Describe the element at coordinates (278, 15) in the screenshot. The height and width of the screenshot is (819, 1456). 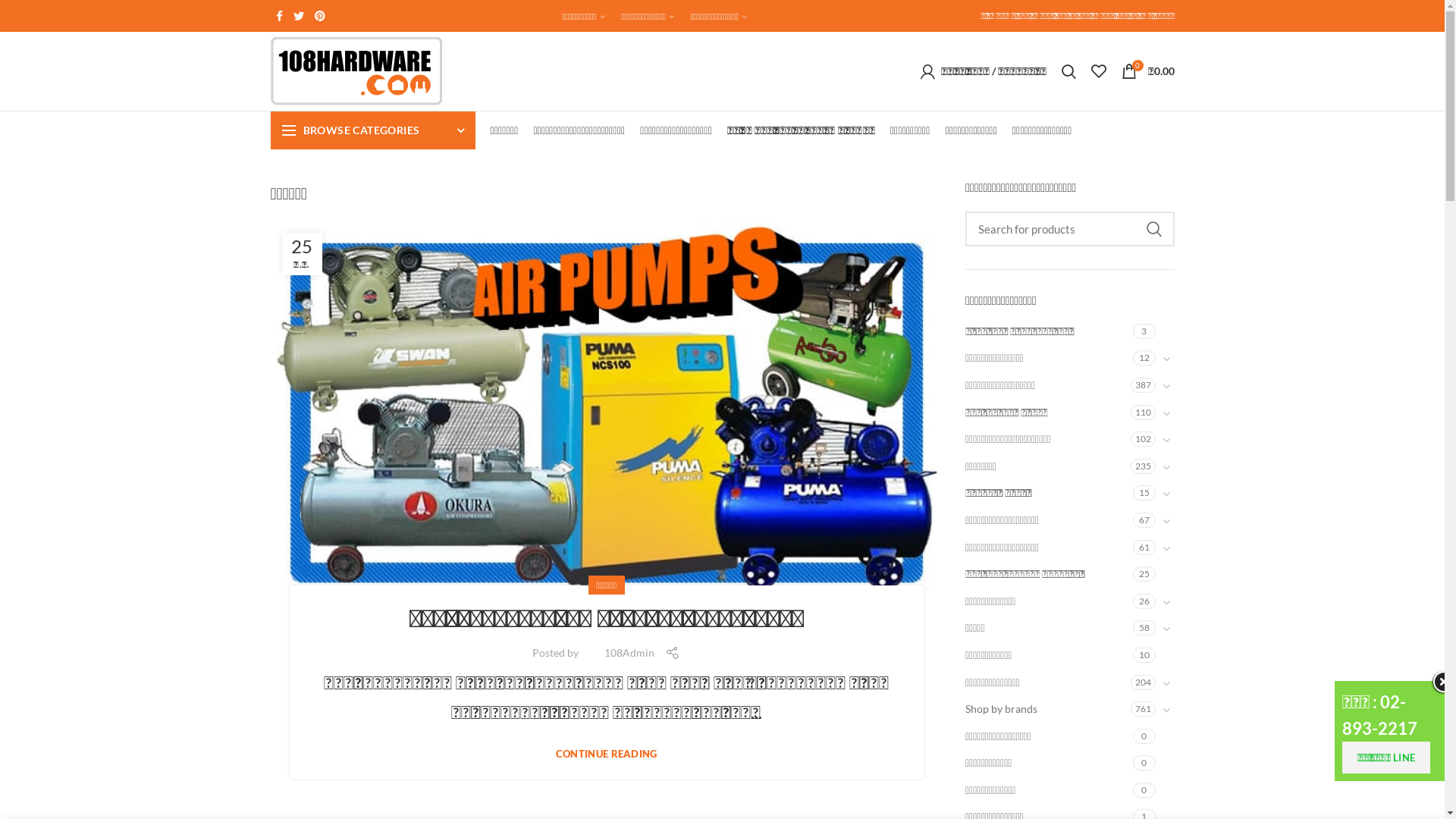
I see `'Facebook'` at that location.